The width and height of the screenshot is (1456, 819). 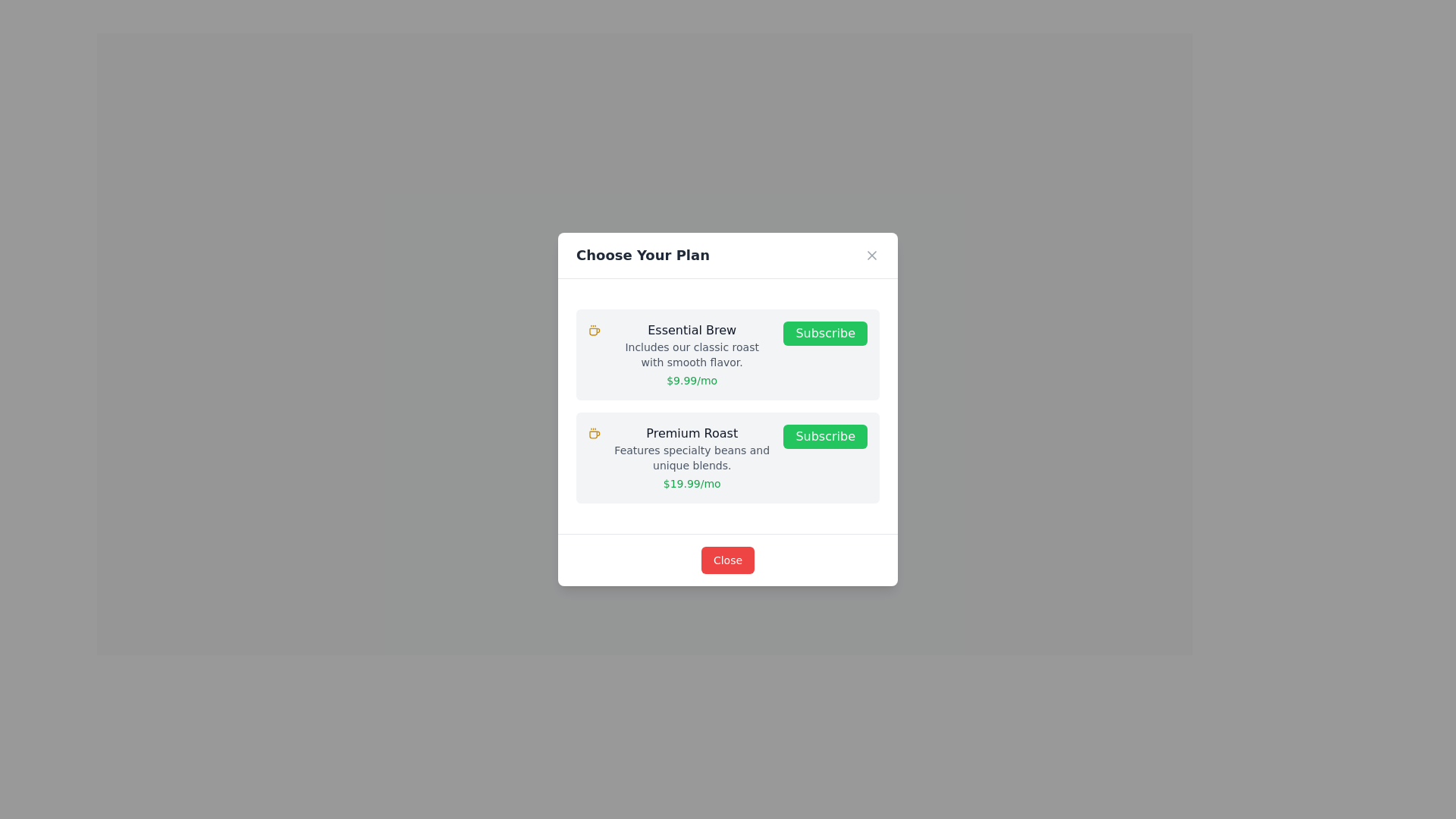 What do you see at coordinates (691, 354) in the screenshot?
I see `information displayed in the Text block that provides details about a subscription plan, including its name, description, and monthly cost` at bounding box center [691, 354].